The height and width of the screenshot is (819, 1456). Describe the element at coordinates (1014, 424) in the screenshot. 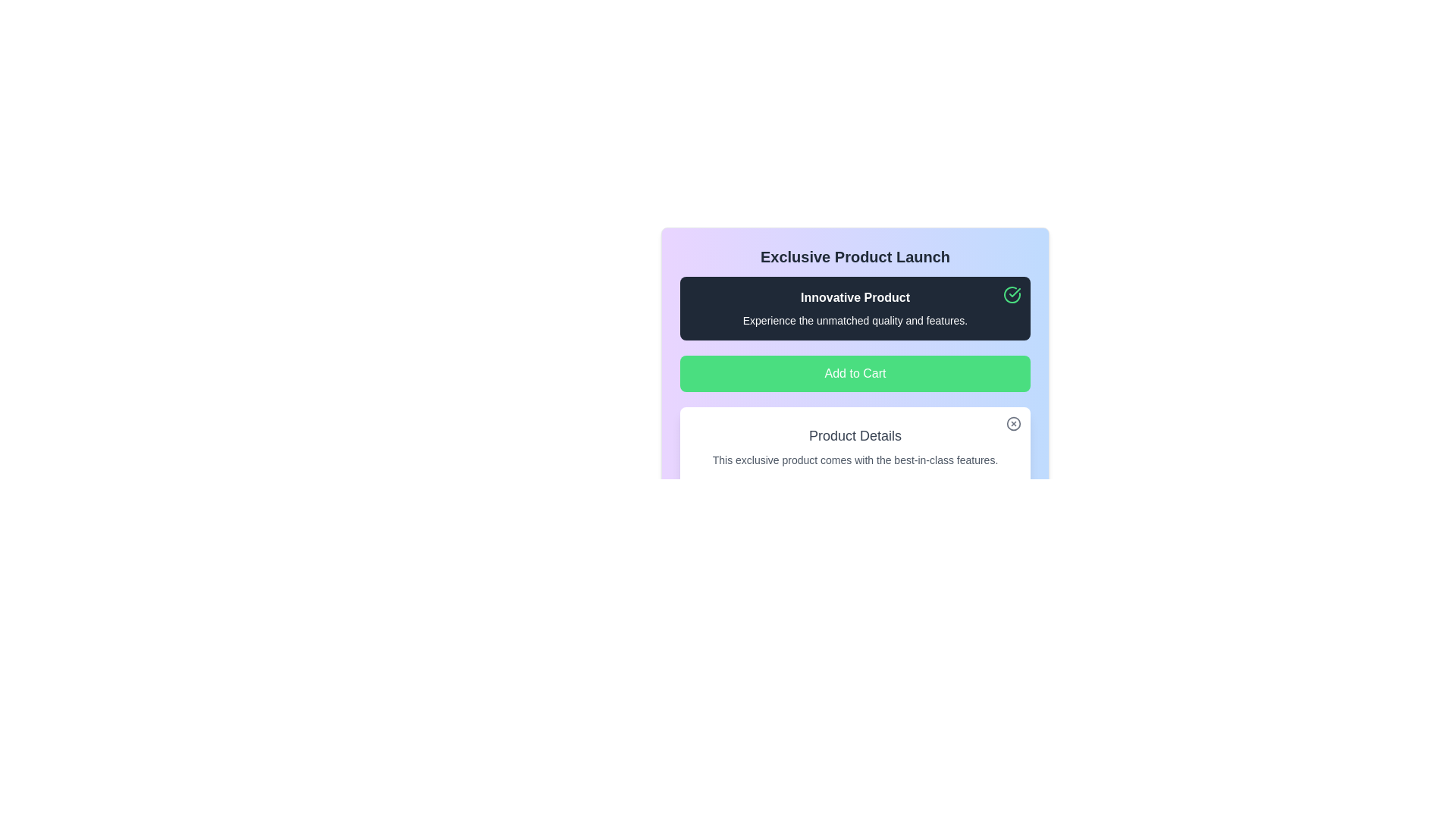

I see `the close button represented as a small circular icon with an 'X' inside it, located in the top-right corner of the 'Product Details' section` at that location.